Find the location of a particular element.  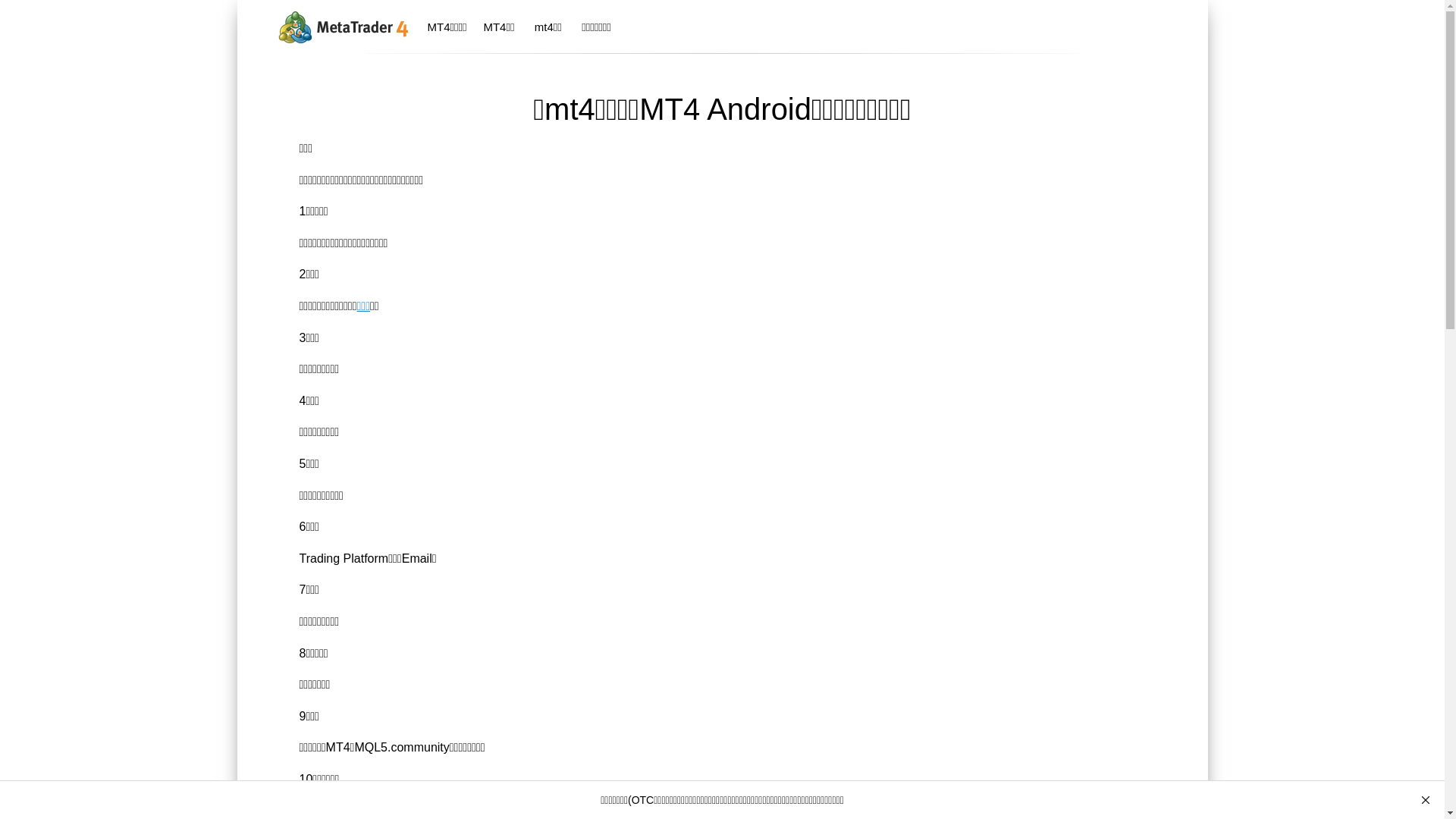

'MetaTrader 4' is located at coordinates (340, 26).